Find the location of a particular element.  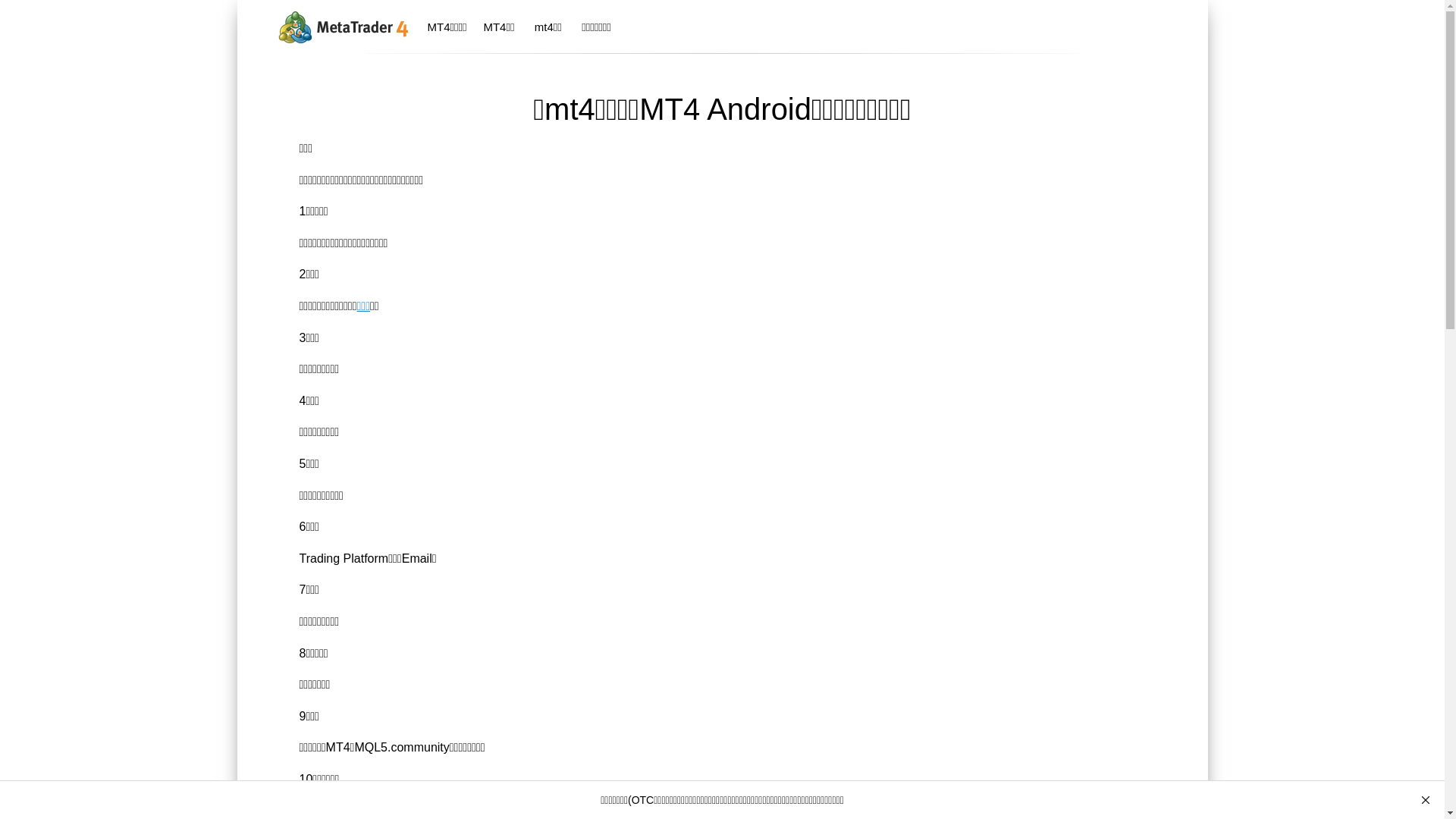

'MetaTrader 4' is located at coordinates (340, 26).